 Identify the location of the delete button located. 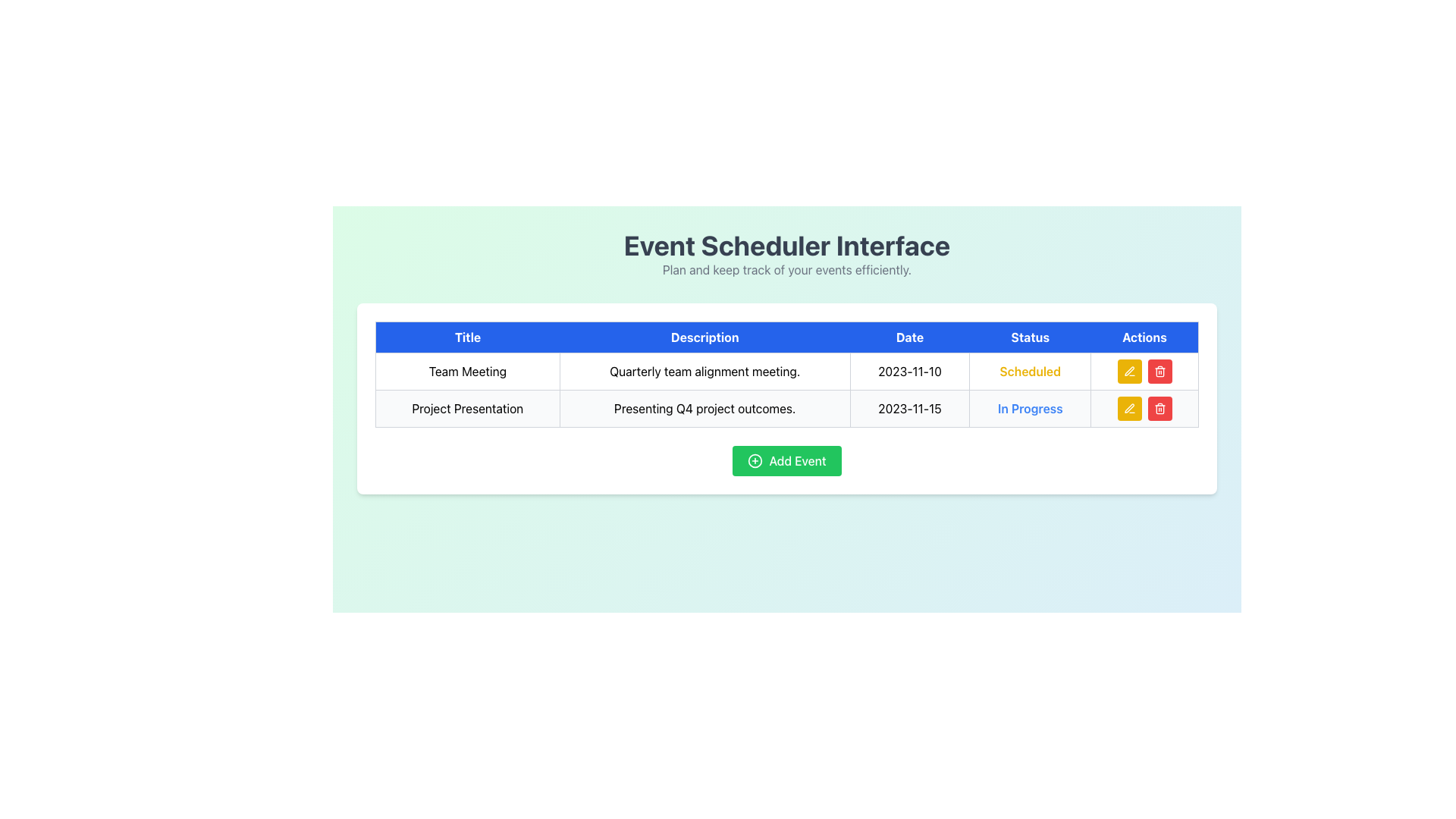
(1159, 408).